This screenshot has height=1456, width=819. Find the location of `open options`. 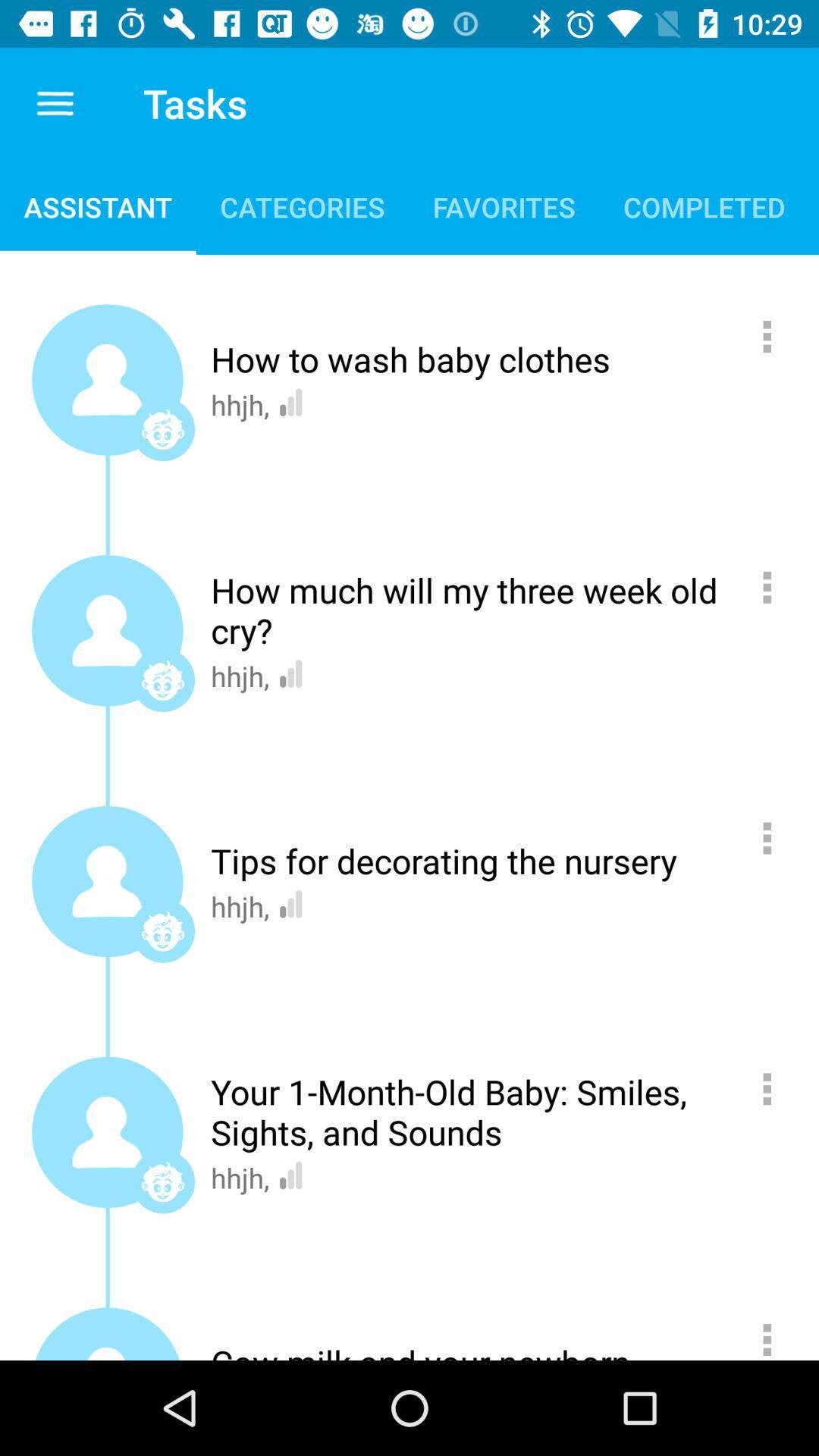

open options is located at coordinates (775, 1333).